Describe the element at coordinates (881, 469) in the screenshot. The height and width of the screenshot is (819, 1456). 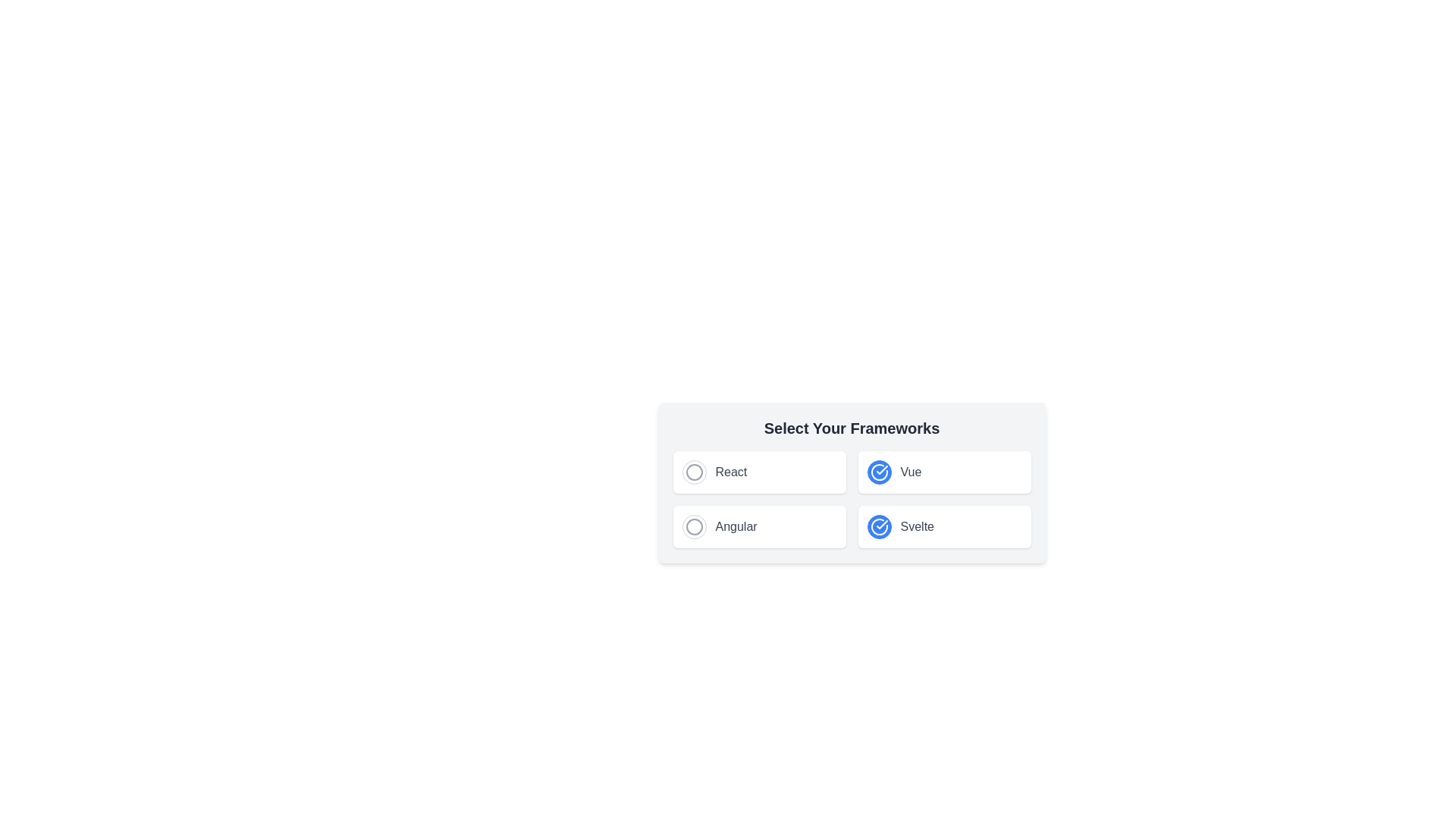
I see `the checkmark symbol within the circular icon located to the right of the 'Svelte' option in the framework grid` at that location.